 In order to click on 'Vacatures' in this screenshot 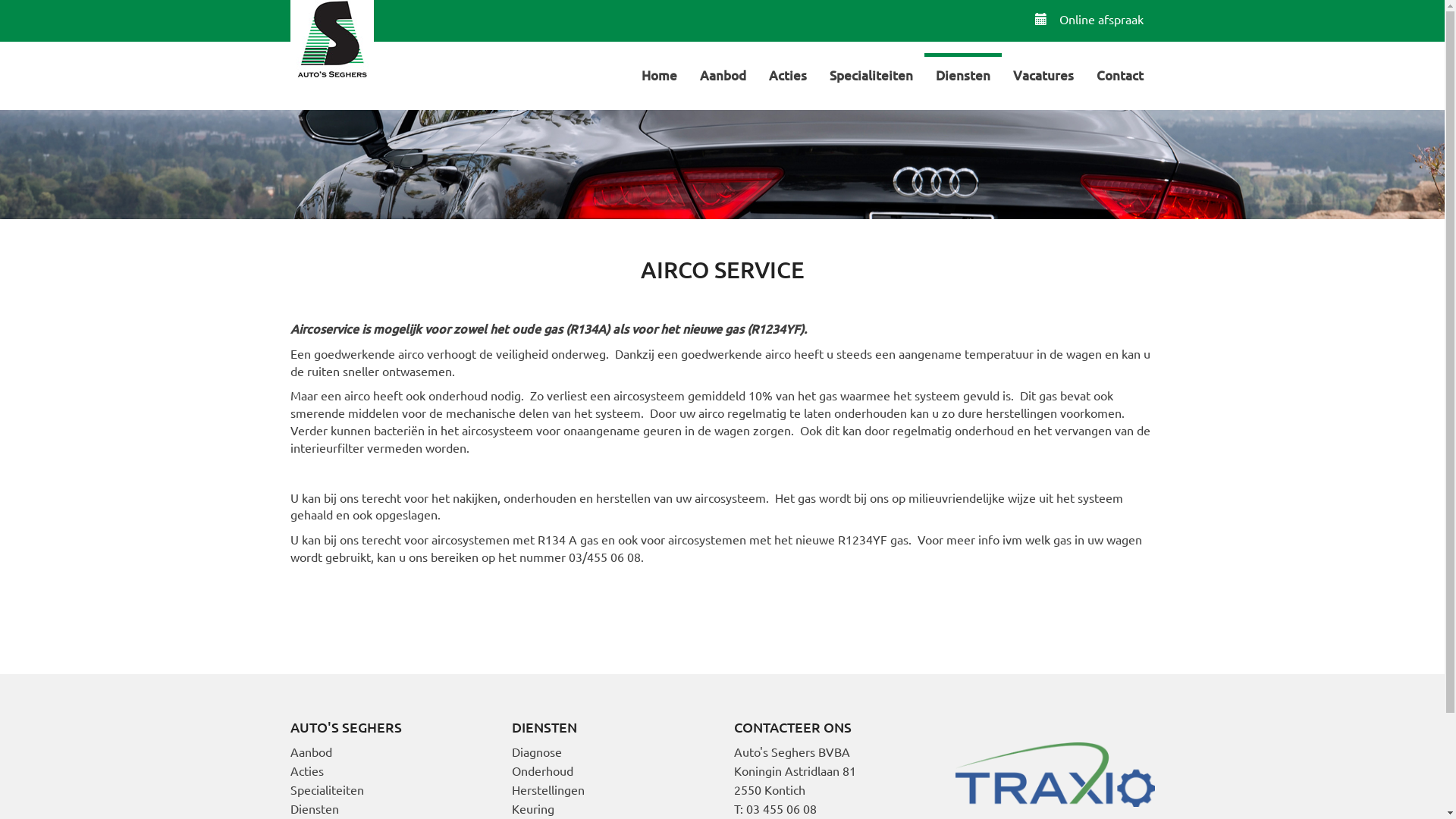, I will do `click(1041, 74)`.